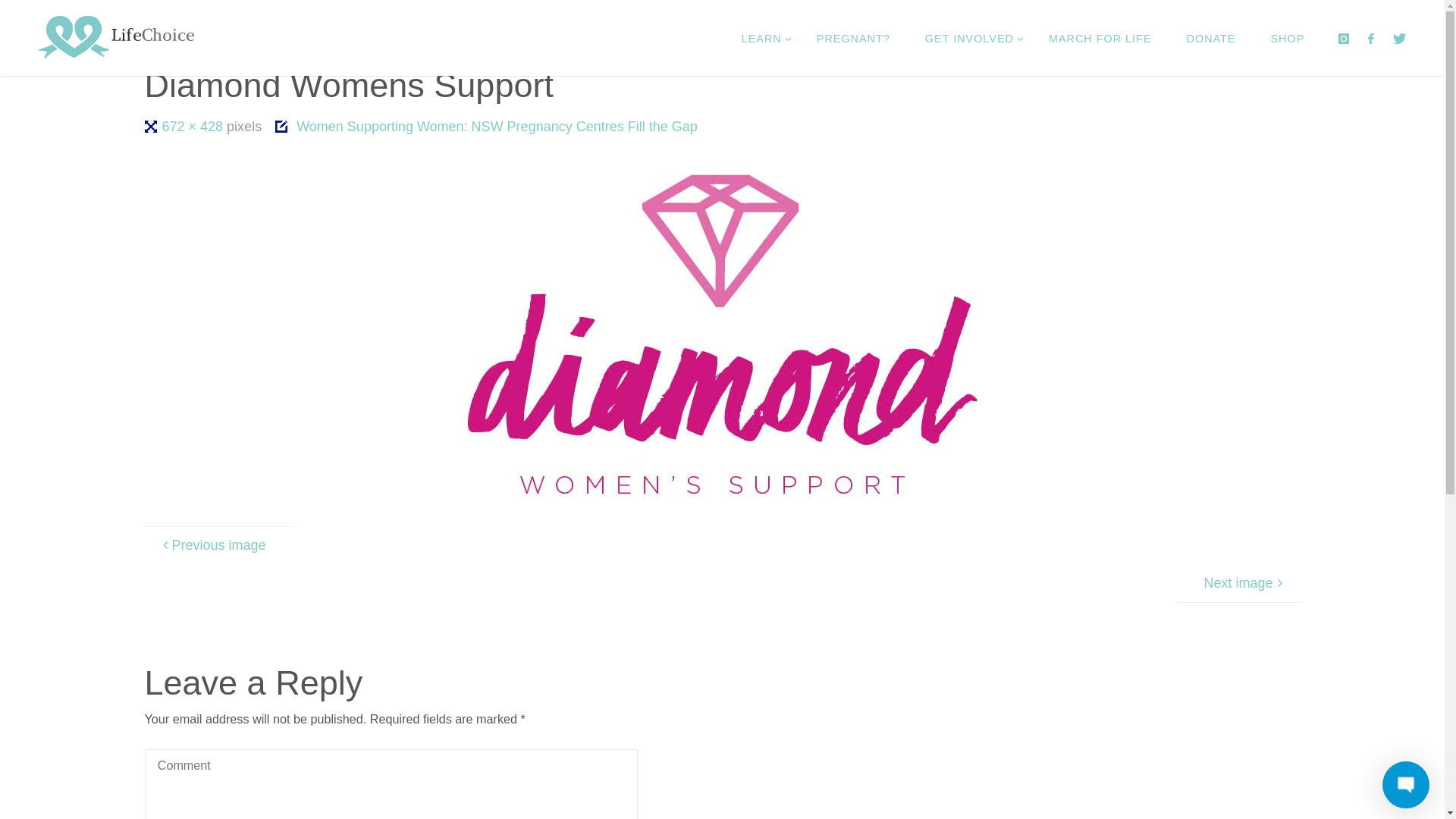  I want to click on 'Twitter', so click(1399, 37).